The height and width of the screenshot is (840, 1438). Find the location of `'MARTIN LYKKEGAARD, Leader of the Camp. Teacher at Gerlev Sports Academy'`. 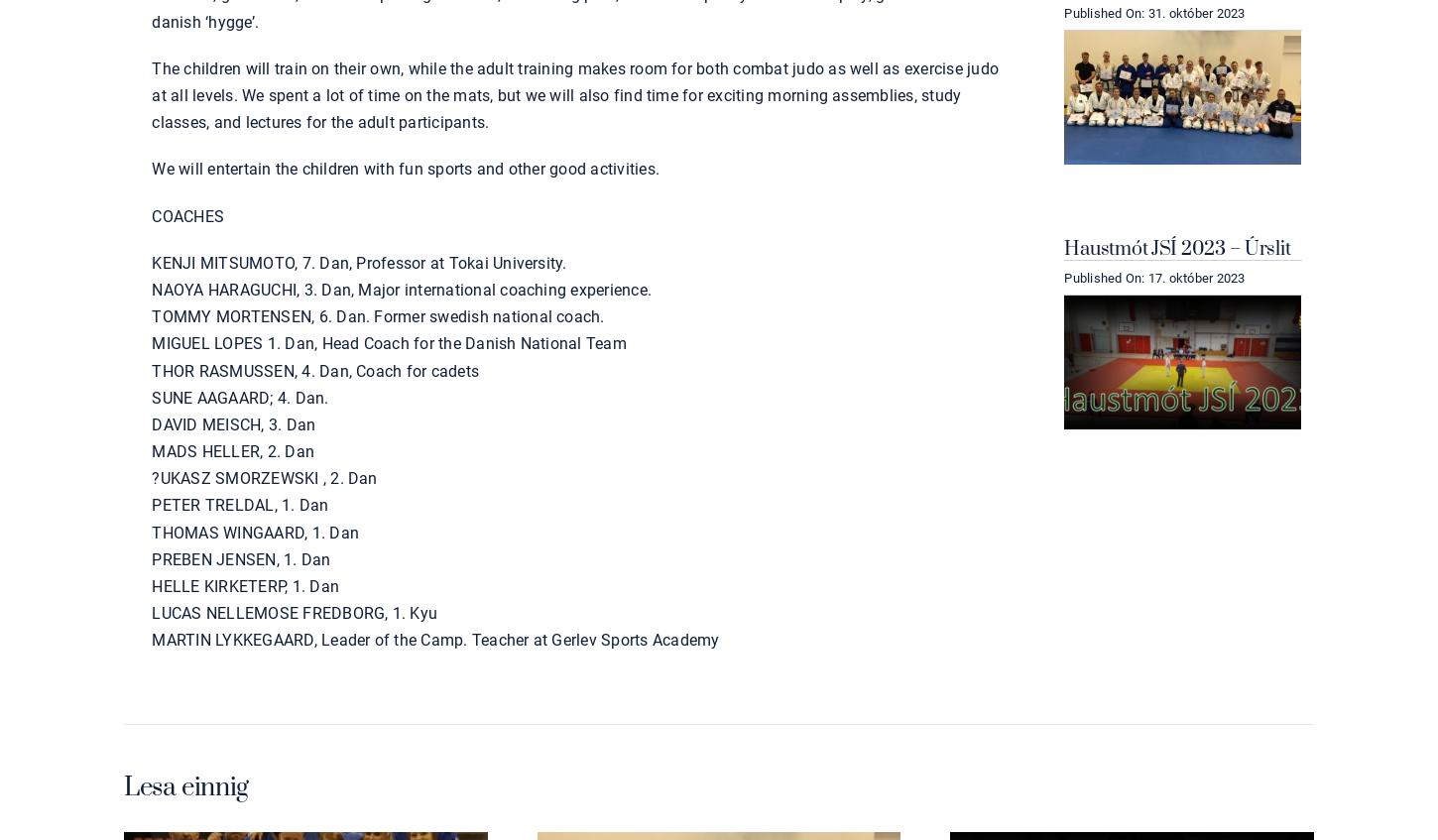

'MARTIN LYKKEGAARD, Leader of the Camp. Teacher at Gerlev Sports Academy' is located at coordinates (150, 639).